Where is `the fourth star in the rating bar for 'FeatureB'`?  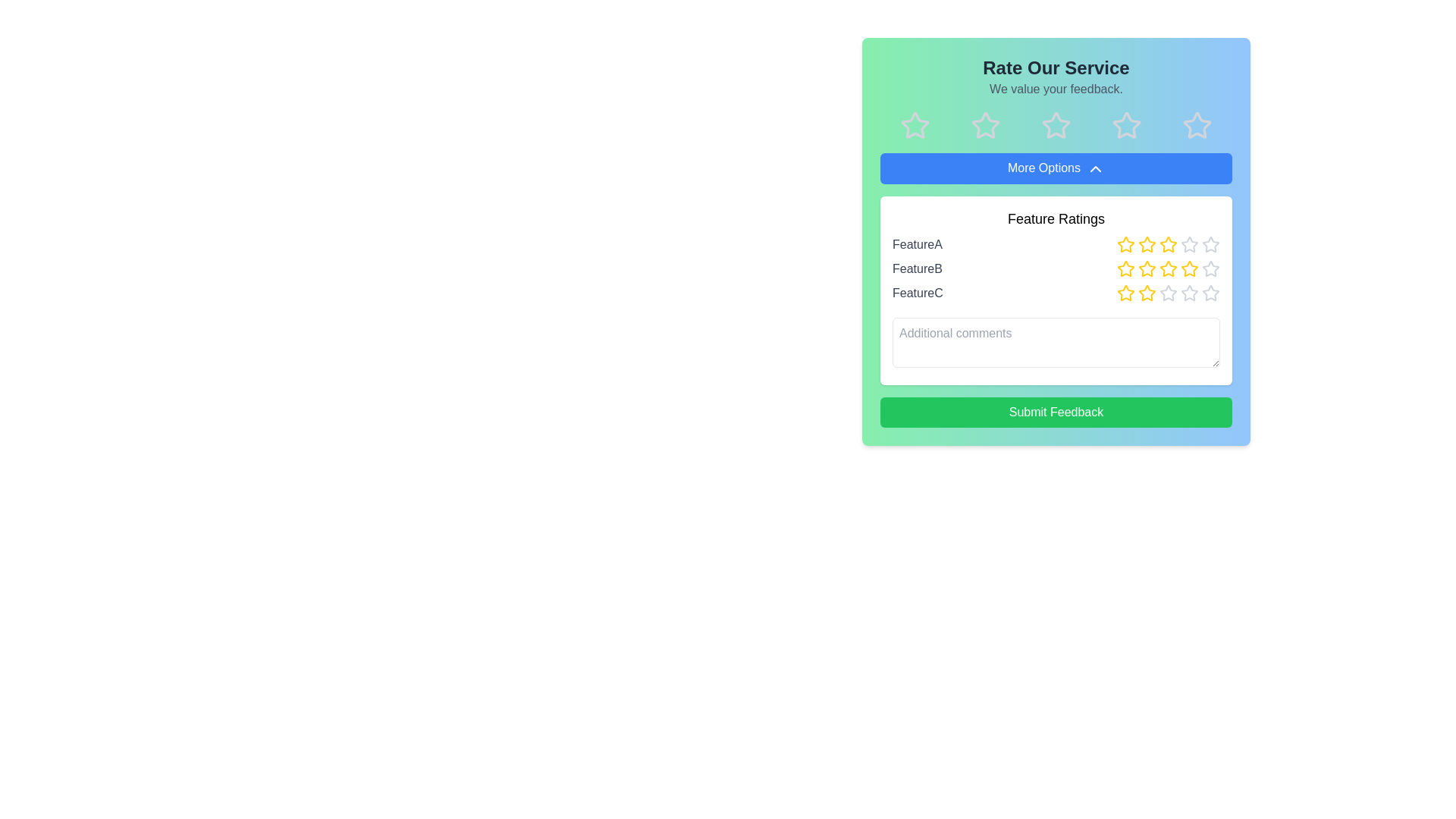 the fourth star in the rating bar for 'FeatureB' is located at coordinates (1167, 268).